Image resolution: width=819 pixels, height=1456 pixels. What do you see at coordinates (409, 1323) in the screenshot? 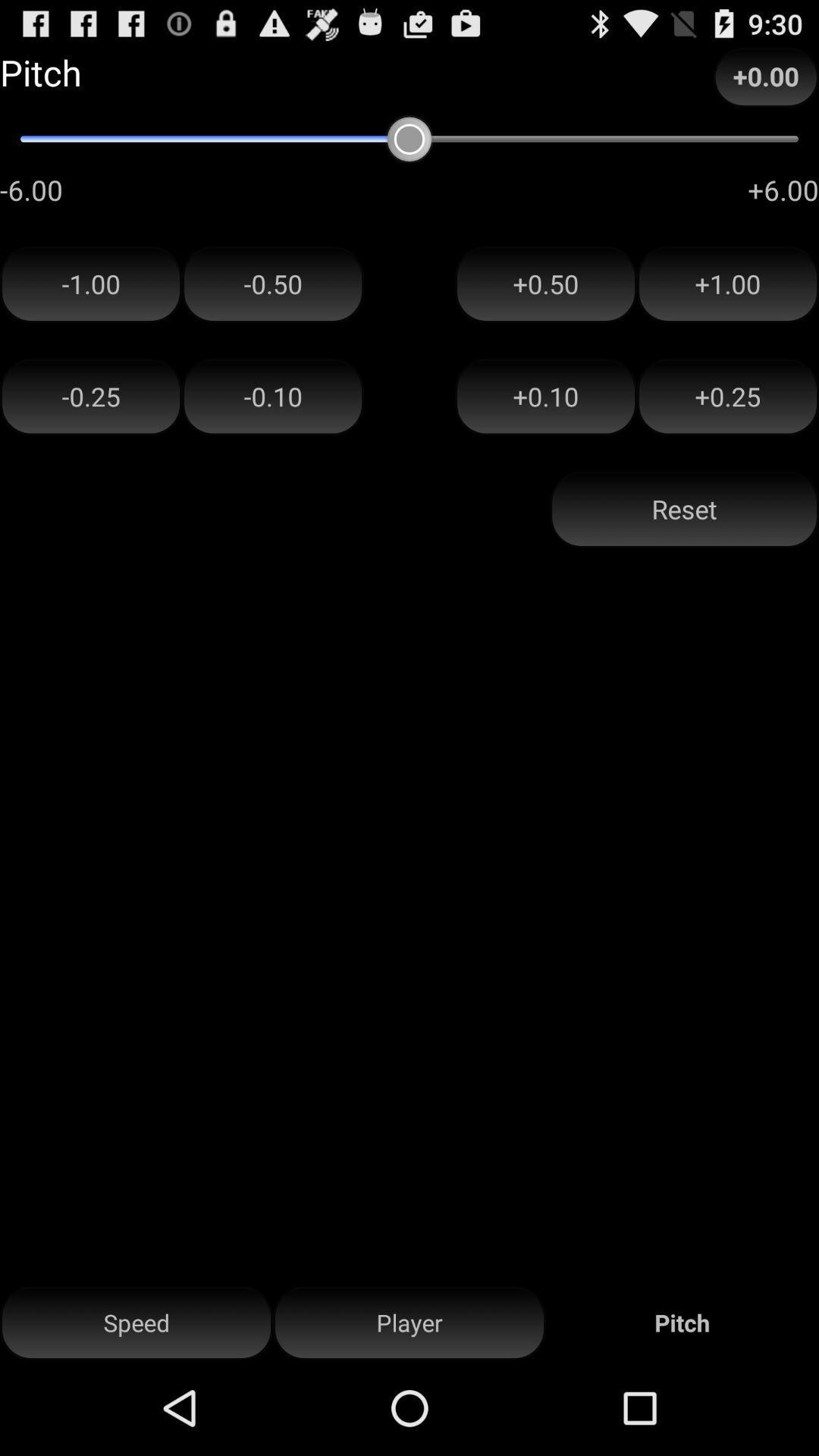
I see `the icon next to the pitch app` at bounding box center [409, 1323].